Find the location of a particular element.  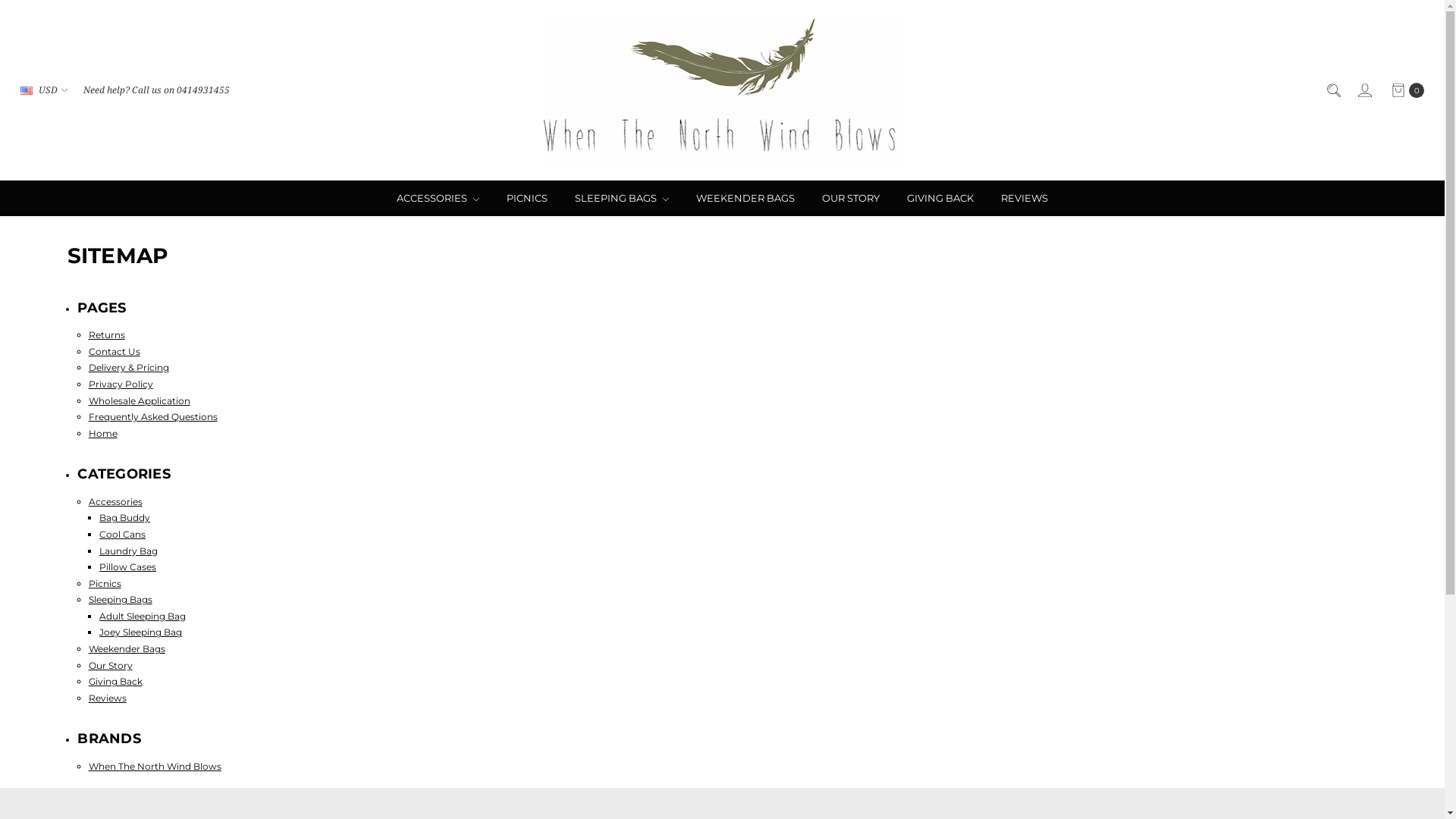

'Accessories' is located at coordinates (115, 501).